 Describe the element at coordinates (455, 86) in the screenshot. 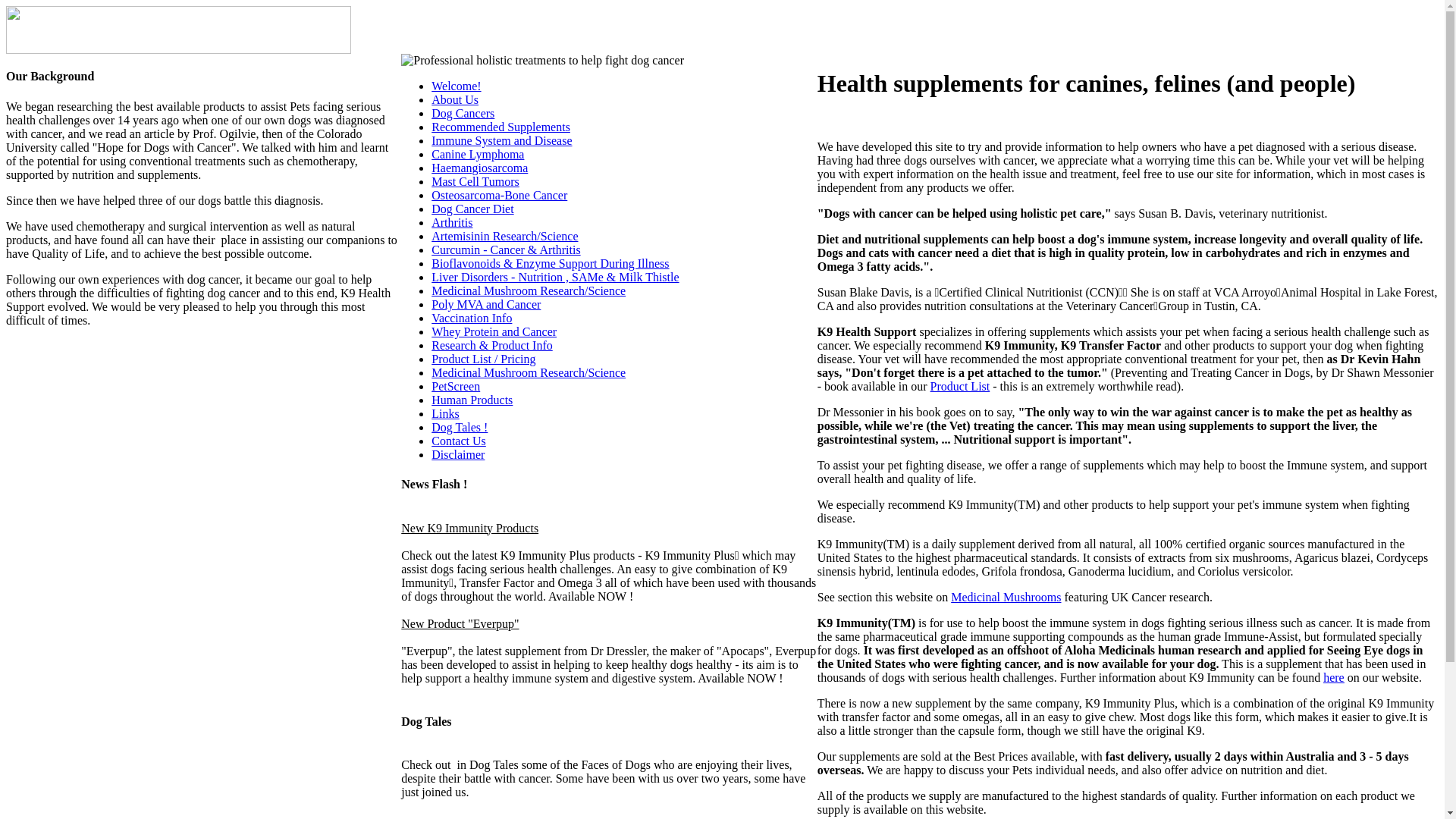

I see `'Welcome!'` at that location.